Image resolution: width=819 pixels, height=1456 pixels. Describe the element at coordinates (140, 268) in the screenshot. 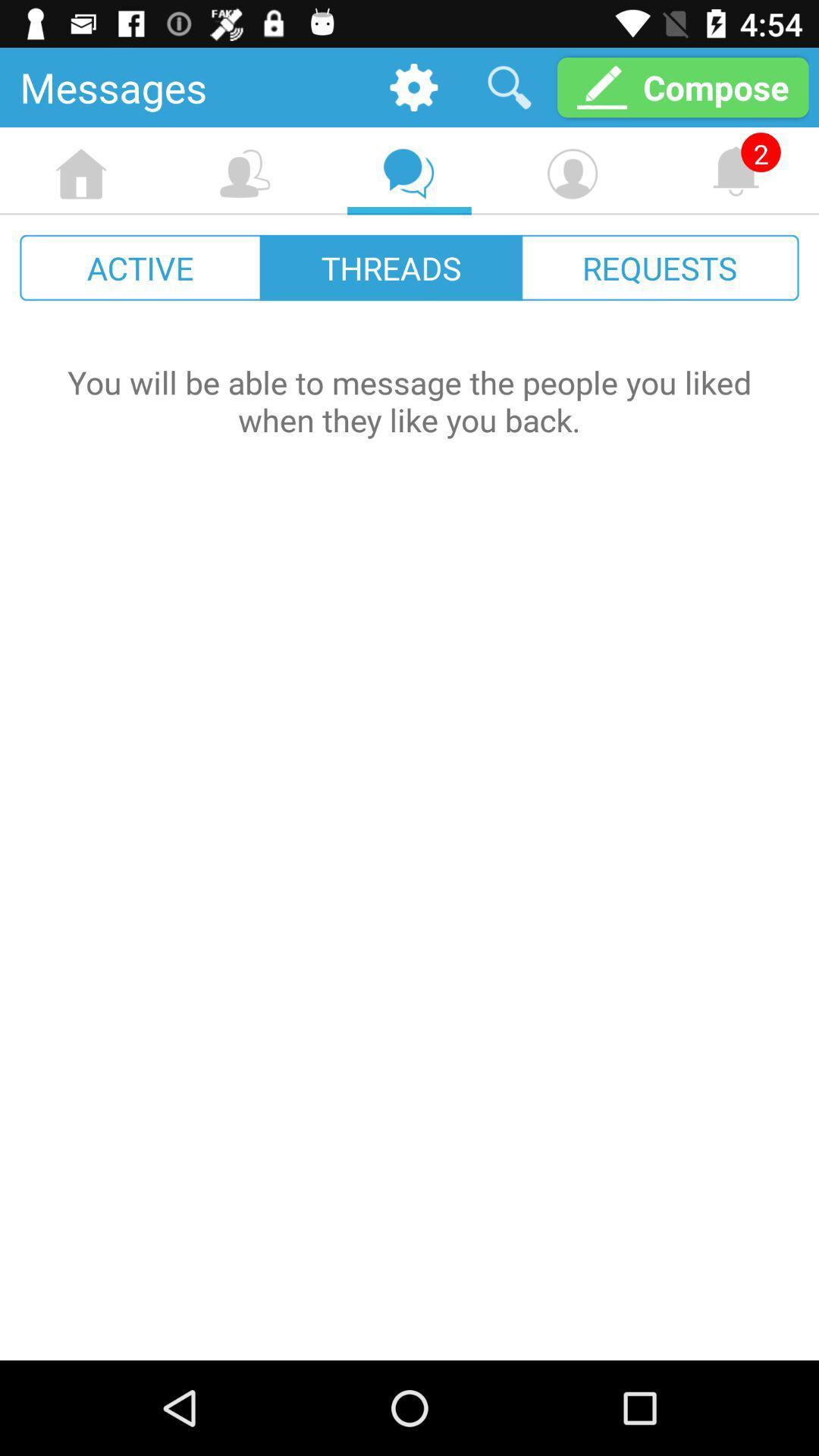

I see `active` at that location.